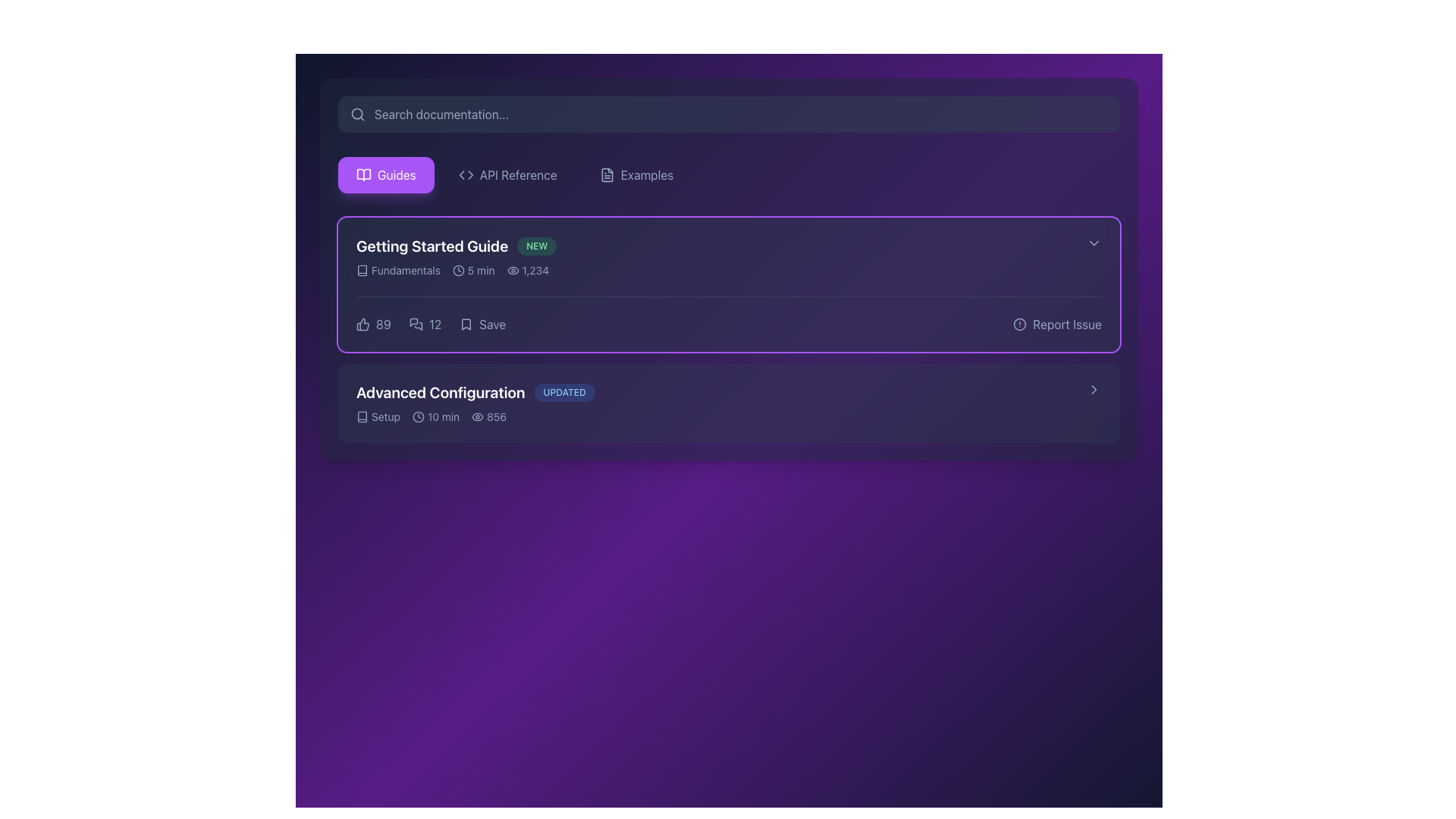 The image size is (1456, 819). I want to click on the outlined thumbs-up icon in the 'Getting Started Guide' section, so click(362, 324).